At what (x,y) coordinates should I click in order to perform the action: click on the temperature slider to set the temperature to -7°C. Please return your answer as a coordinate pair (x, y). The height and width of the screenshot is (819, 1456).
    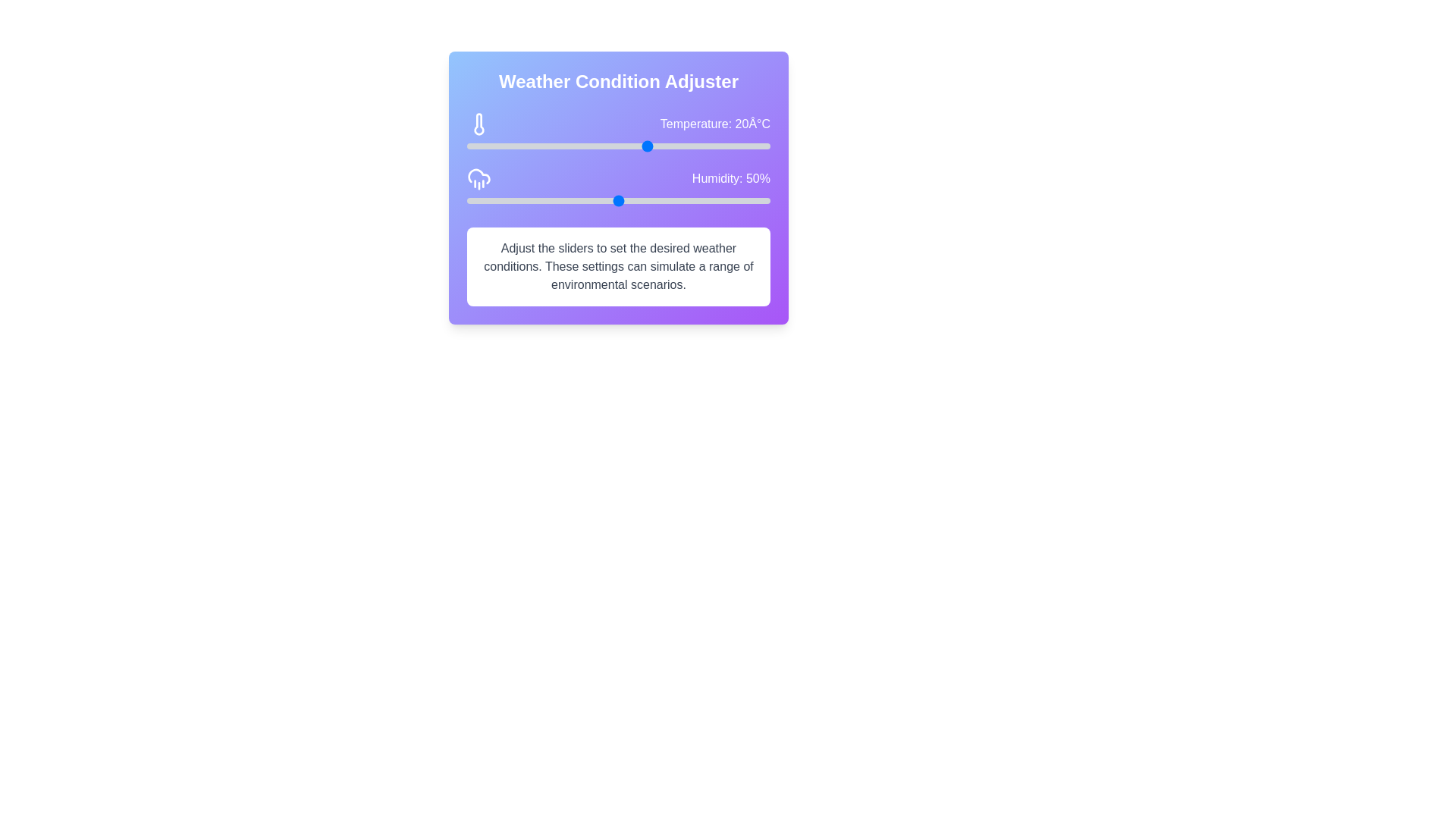
    Looking at the image, I should click on (484, 146).